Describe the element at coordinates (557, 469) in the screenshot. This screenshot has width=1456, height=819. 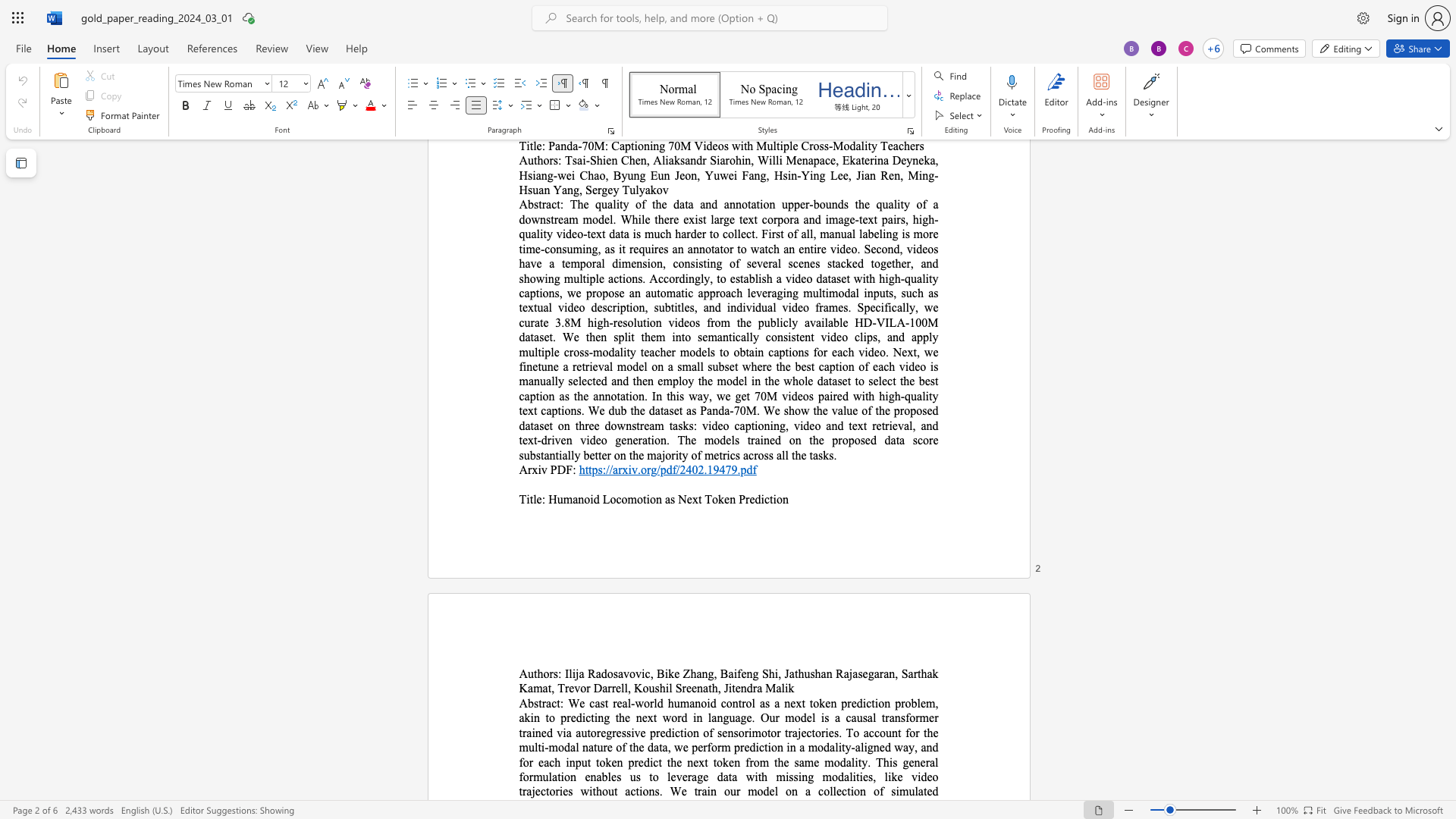
I see `the space between the continuous character "P" and "D" in the text` at that location.